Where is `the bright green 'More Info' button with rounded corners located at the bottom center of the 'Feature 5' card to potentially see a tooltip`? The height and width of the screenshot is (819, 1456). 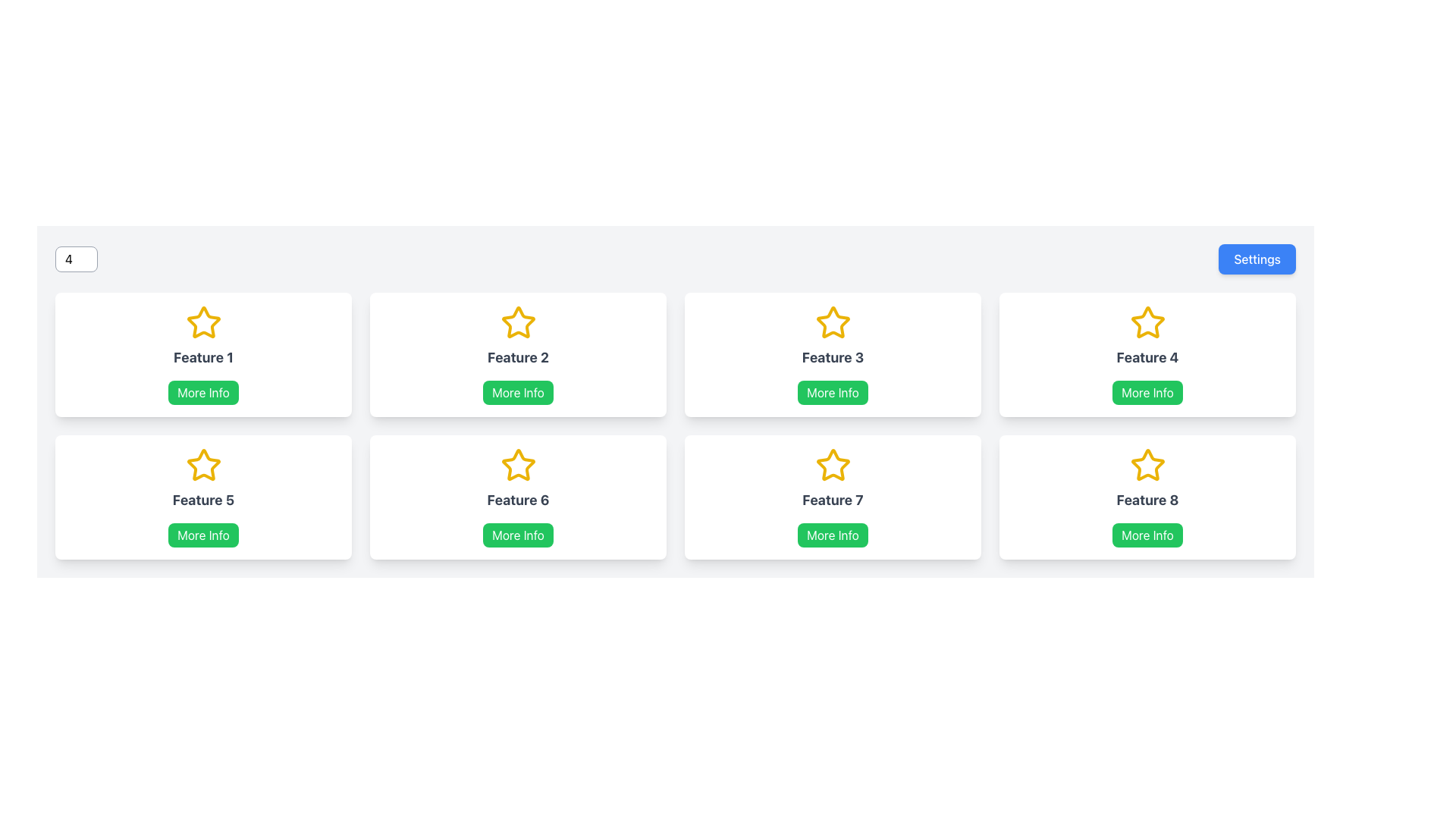 the bright green 'More Info' button with rounded corners located at the bottom center of the 'Feature 5' card to potentially see a tooltip is located at coordinates (202, 534).